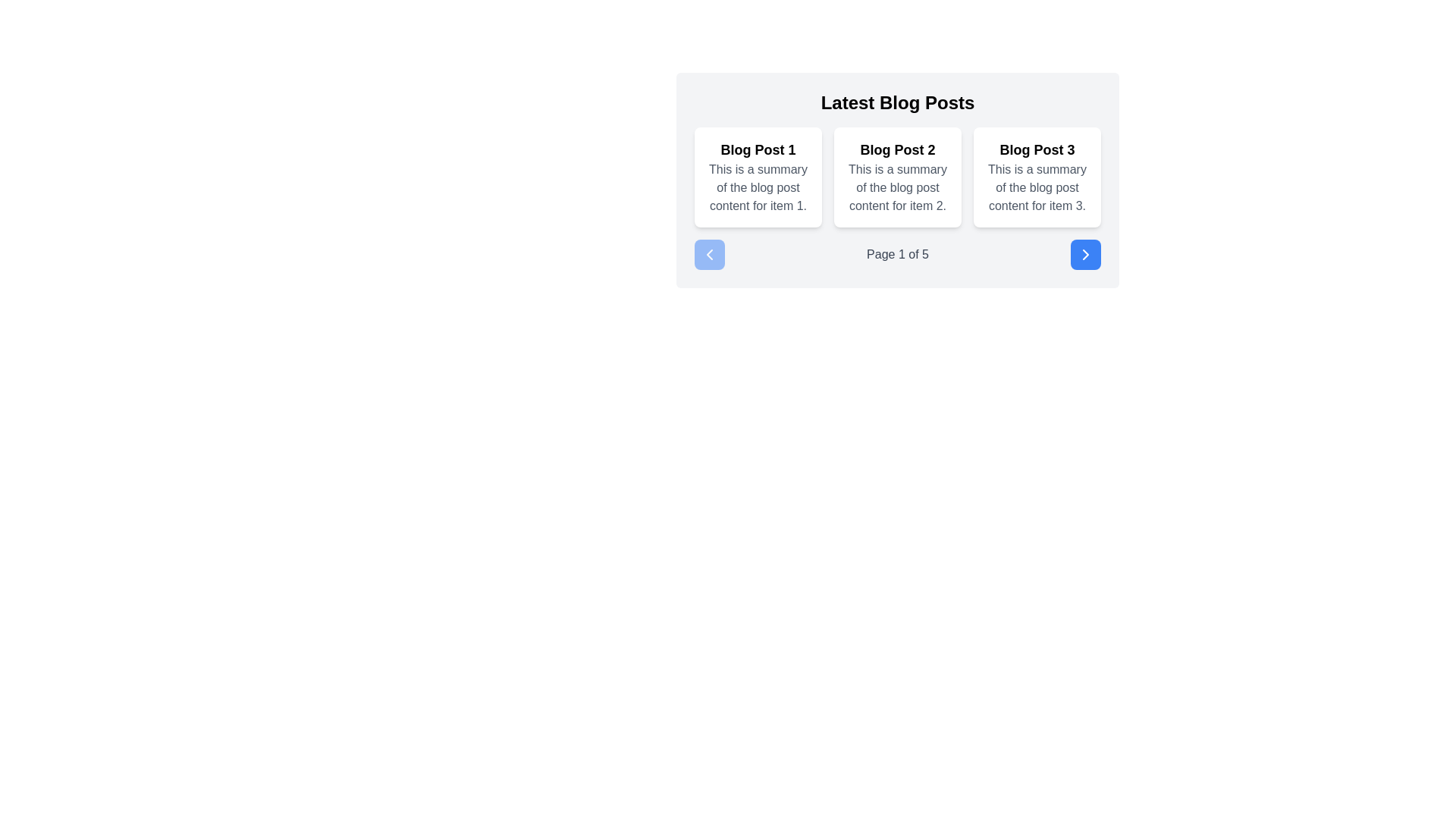 This screenshot has height=819, width=1456. I want to click on current page information from the pagination control labeled 'Page 1 of 5', which is a horizontal pagination control located at the bottom of the 'Latest Blog Posts' section, so click(898, 253).